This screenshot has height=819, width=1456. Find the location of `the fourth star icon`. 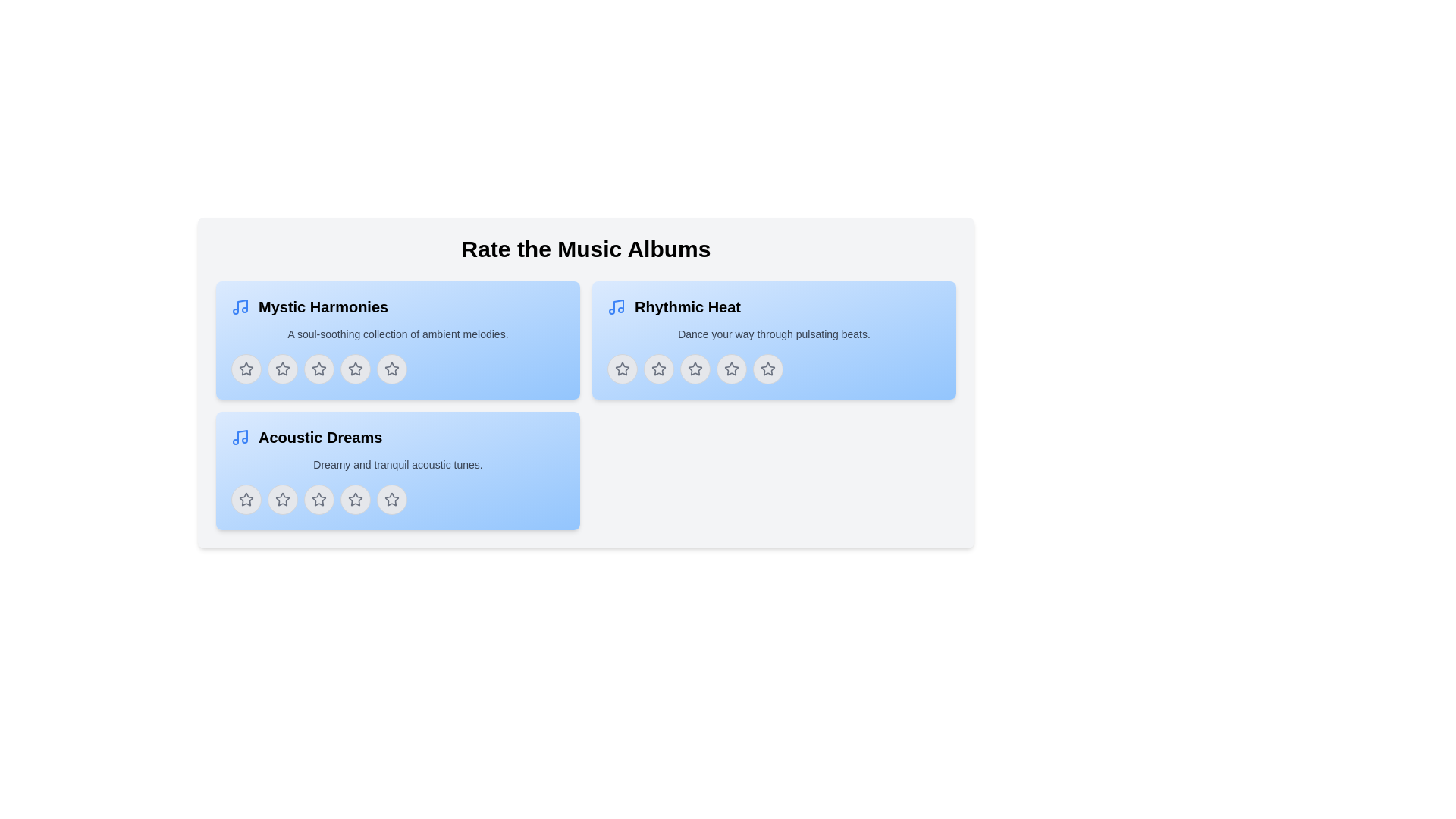

the fourth star icon is located at coordinates (355, 499).